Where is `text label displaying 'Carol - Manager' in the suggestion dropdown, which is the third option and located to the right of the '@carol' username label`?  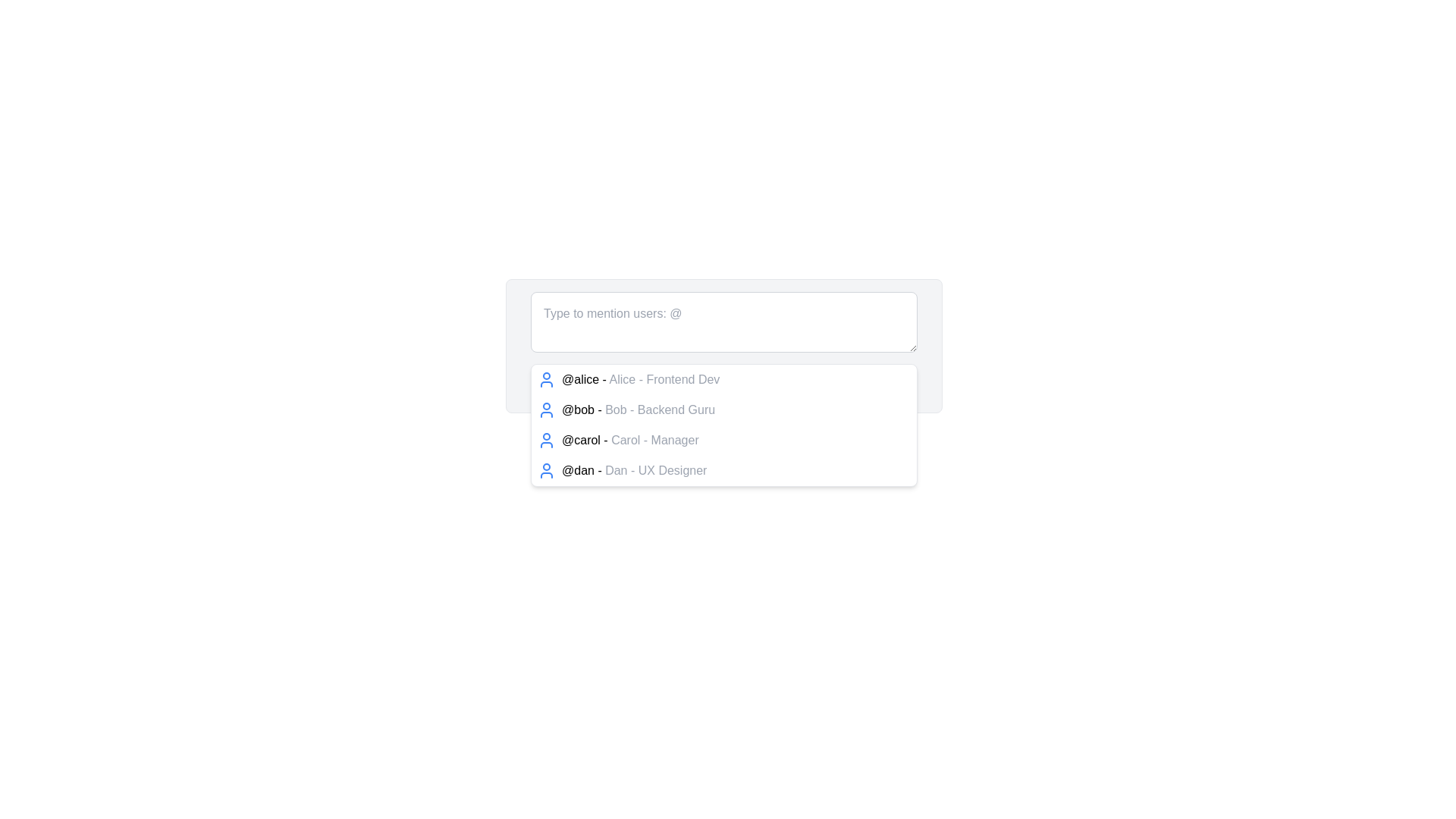
text label displaying 'Carol - Manager' in the suggestion dropdown, which is the third option and located to the right of the '@carol' username label is located at coordinates (655, 440).